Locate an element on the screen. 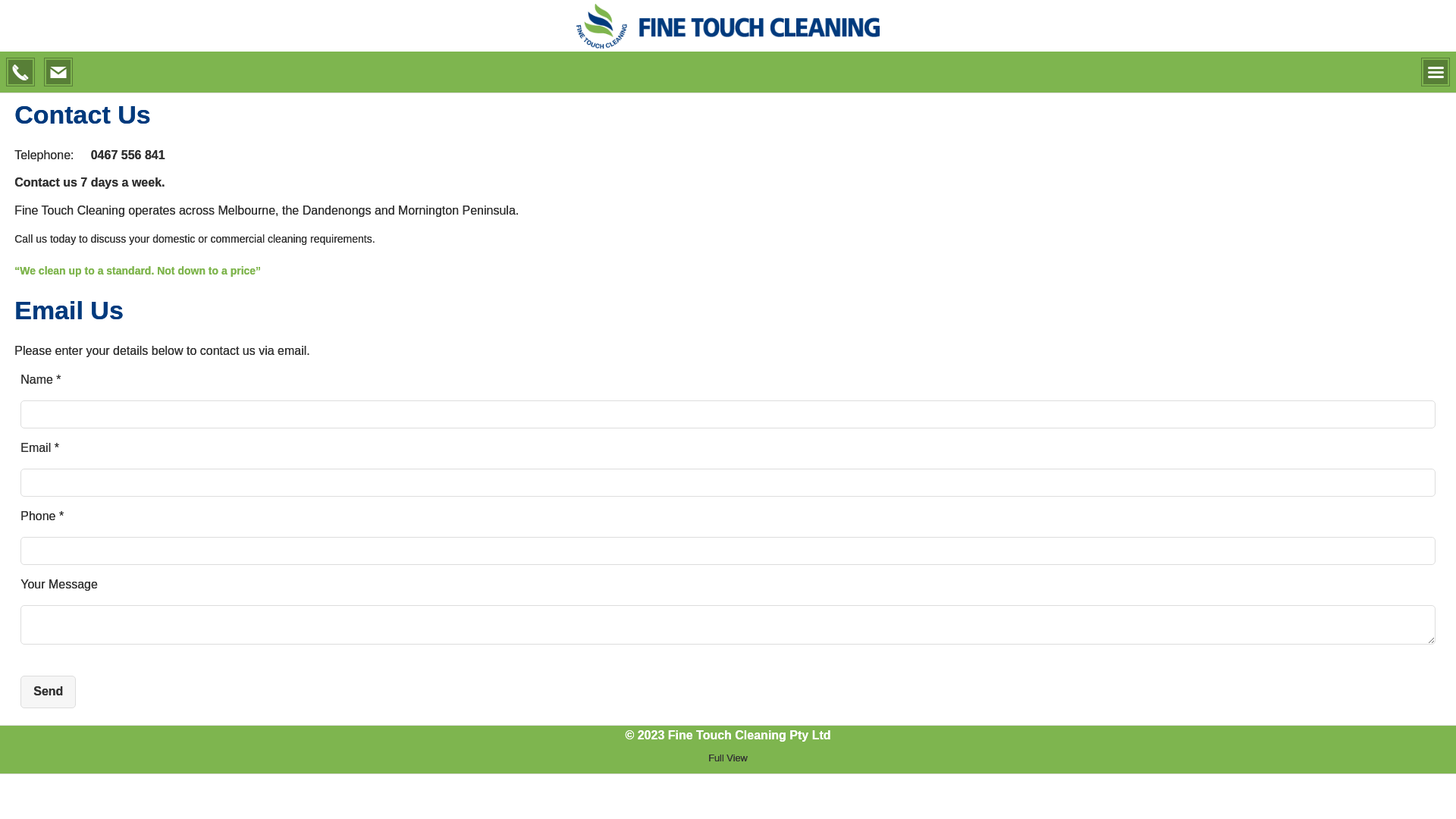 The height and width of the screenshot is (819, 1456). 'Send' is located at coordinates (48, 691).